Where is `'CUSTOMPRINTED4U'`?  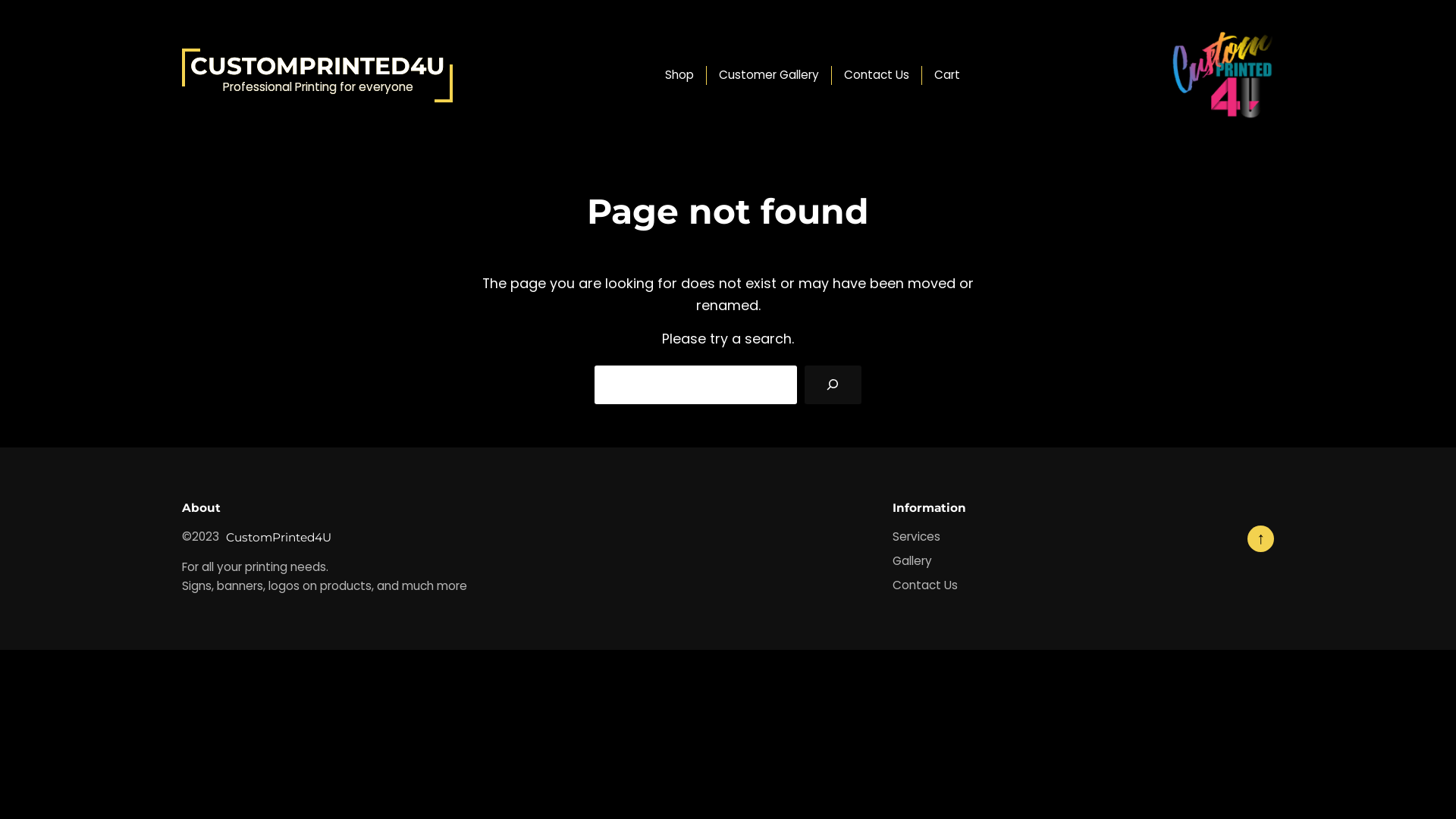
'CUSTOMPRINTED4U' is located at coordinates (316, 65).